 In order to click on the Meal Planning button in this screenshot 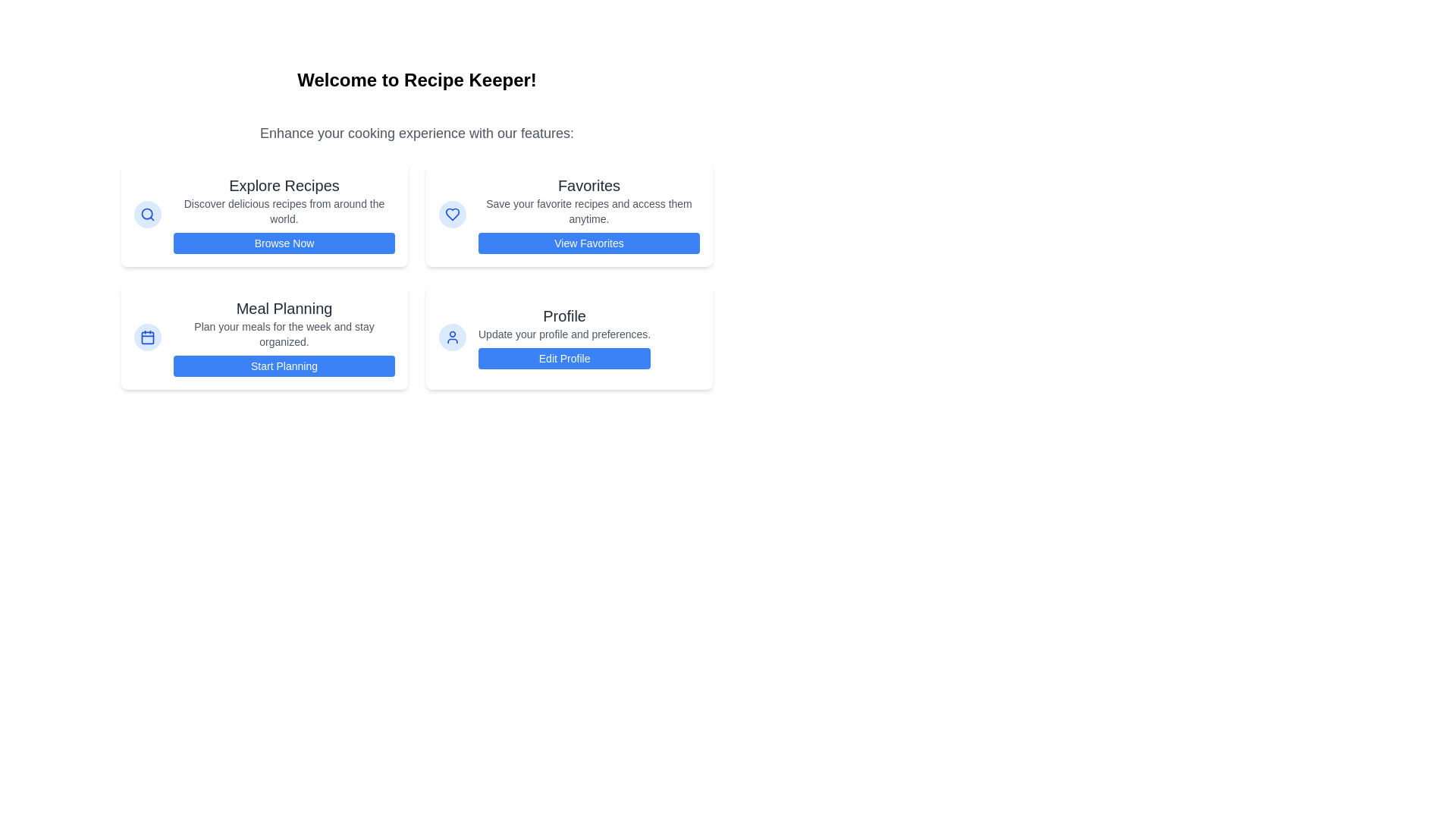, I will do `click(284, 366)`.